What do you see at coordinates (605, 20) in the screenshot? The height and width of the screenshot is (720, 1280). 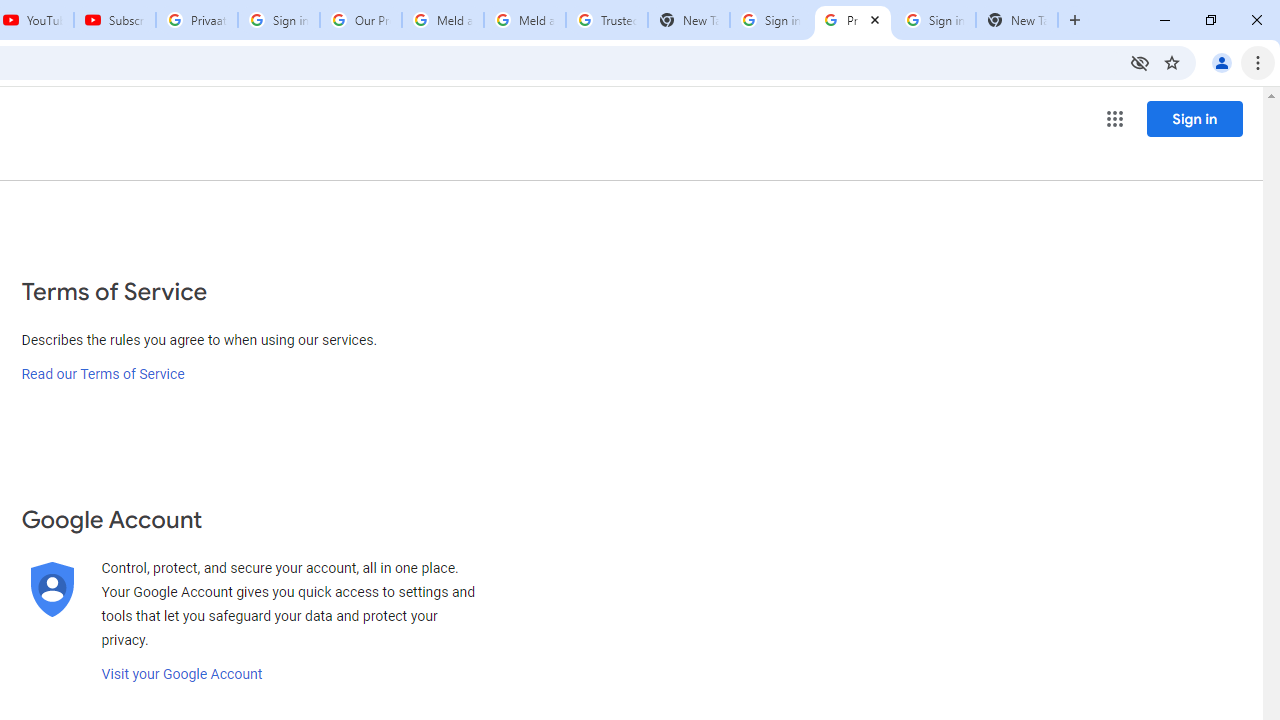 I see `'Trusted Information and Content - Google Safety Center'` at bounding box center [605, 20].